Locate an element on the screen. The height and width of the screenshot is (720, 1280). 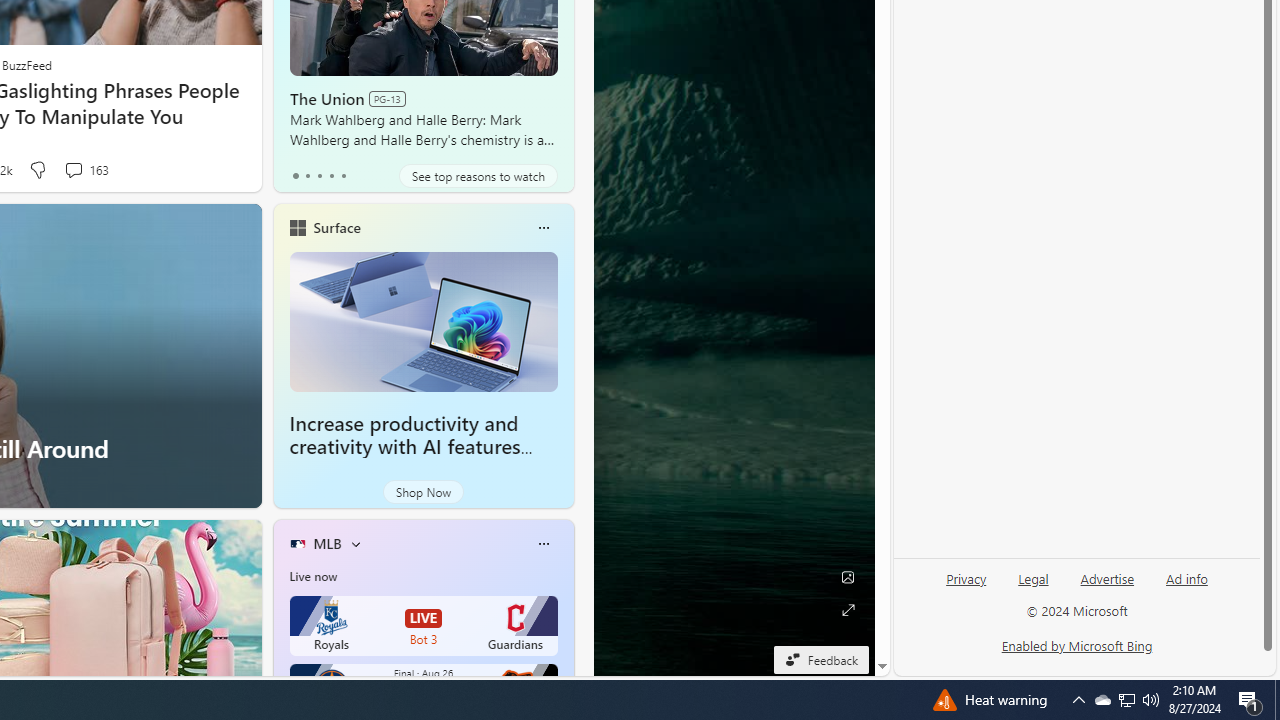
'View comments 163 Comment' is located at coordinates (73, 168).